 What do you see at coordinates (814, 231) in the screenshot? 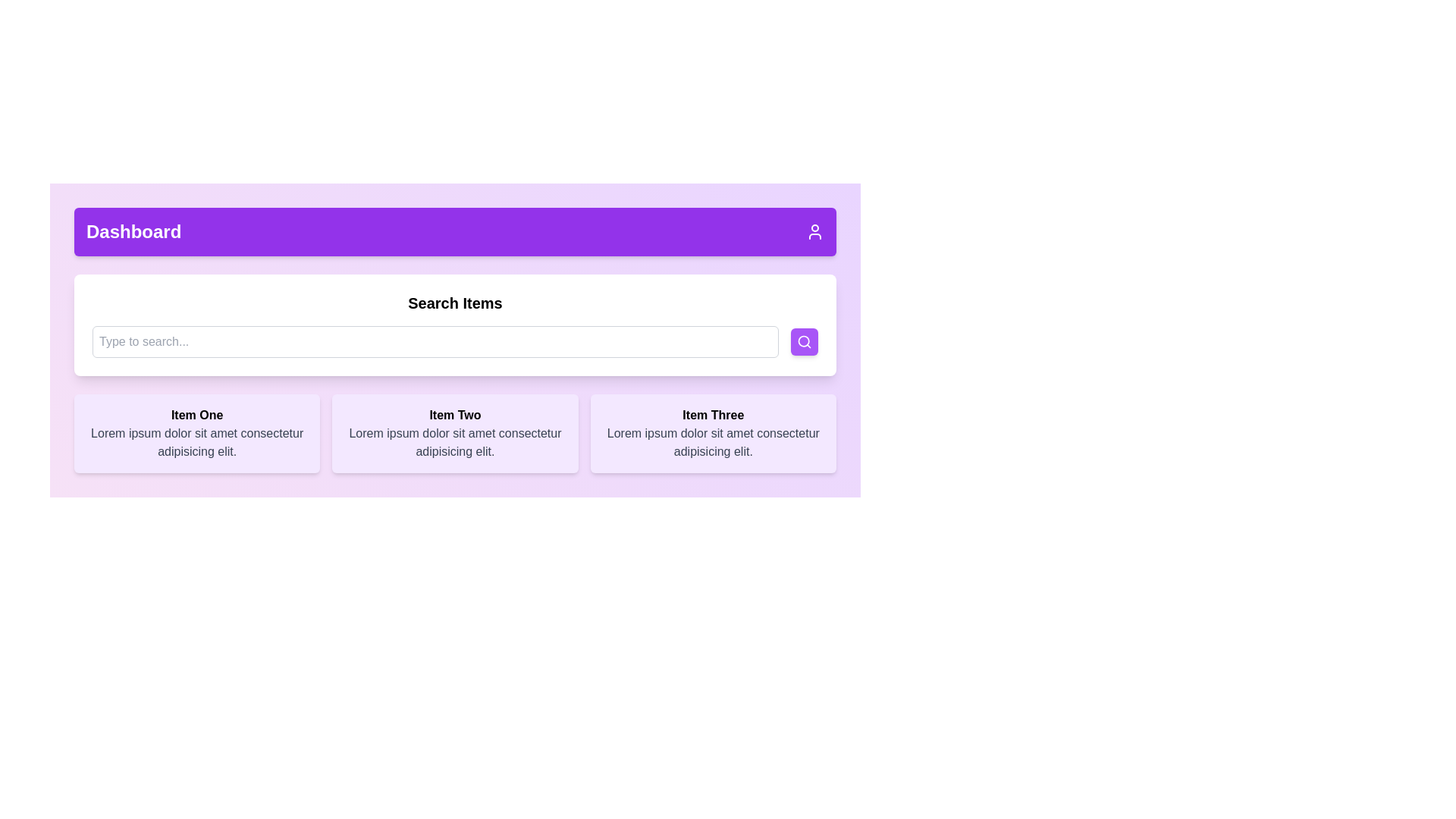
I see `the user-related Icon button located at the far right of the purple header bar` at bounding box center [814, 231].